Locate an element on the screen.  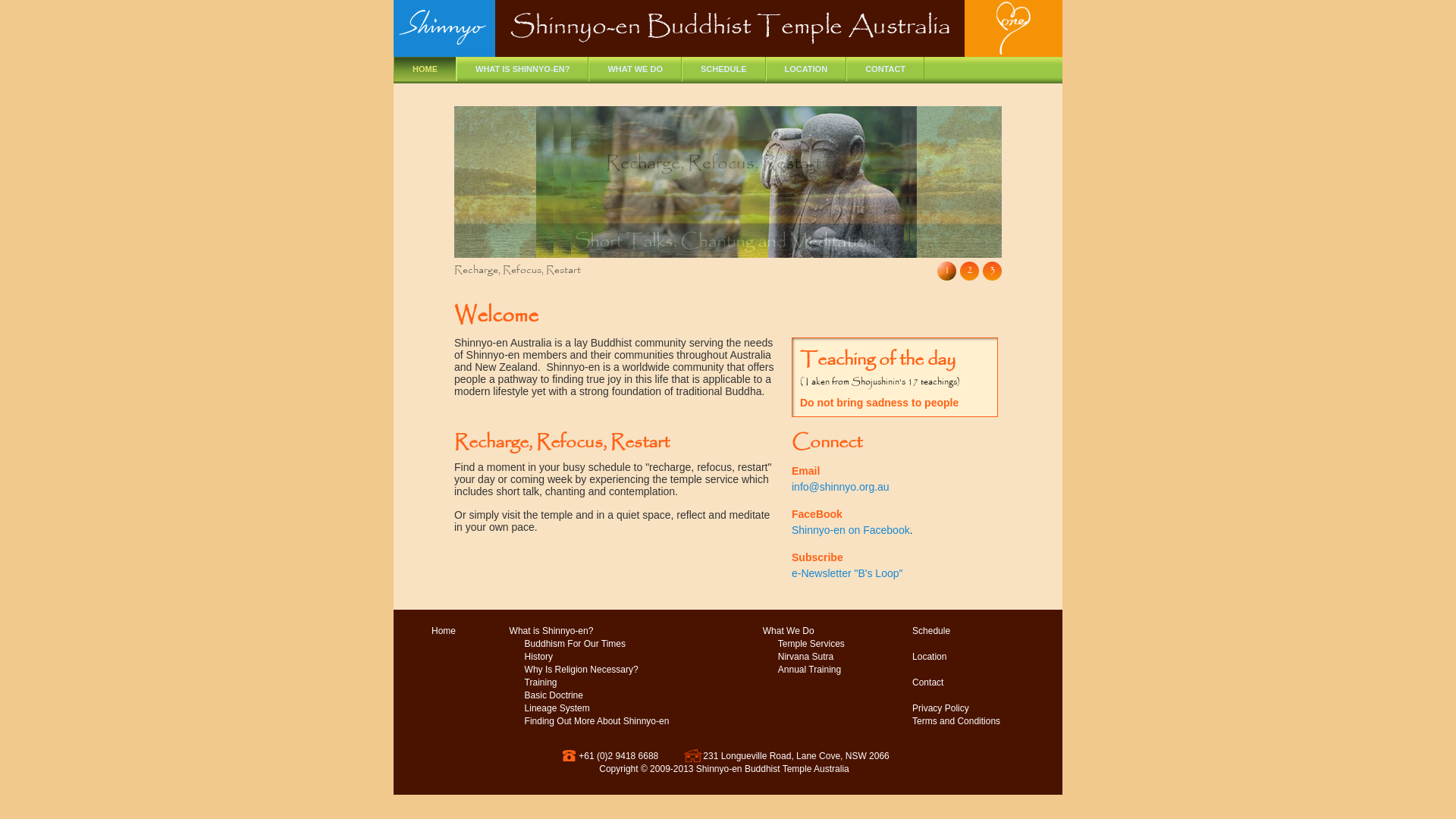
'Nirvana Sutra' is located at coordinates (805, 656).